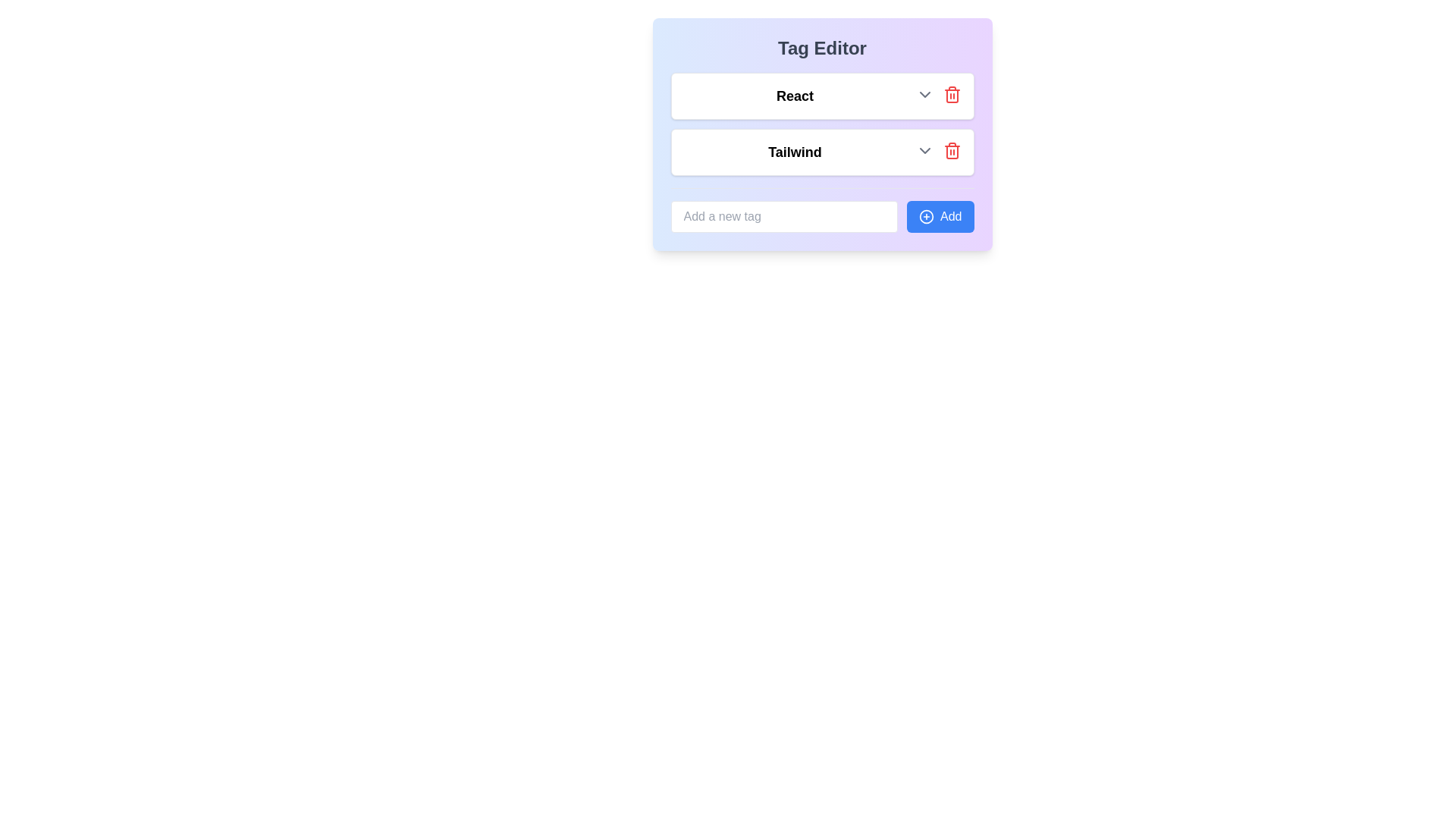  I want to click on the downward-pointing chevron icon next to the 'React' label, so click(924, 94).